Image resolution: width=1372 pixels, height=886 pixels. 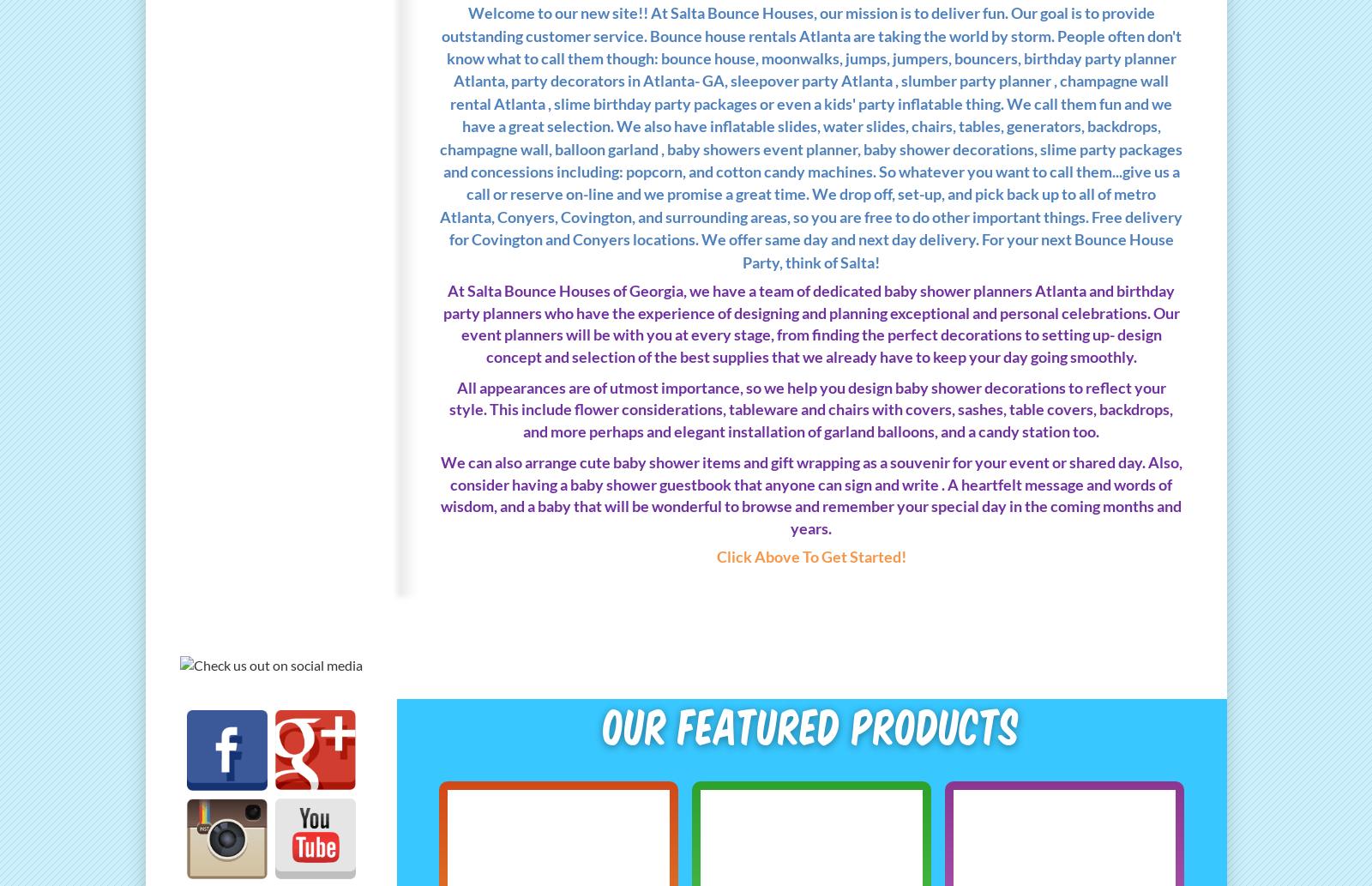 What do you see at coordinates (185, 509) in the screenshot?
I see `'Picnic'` at bounding box center [185, 509].